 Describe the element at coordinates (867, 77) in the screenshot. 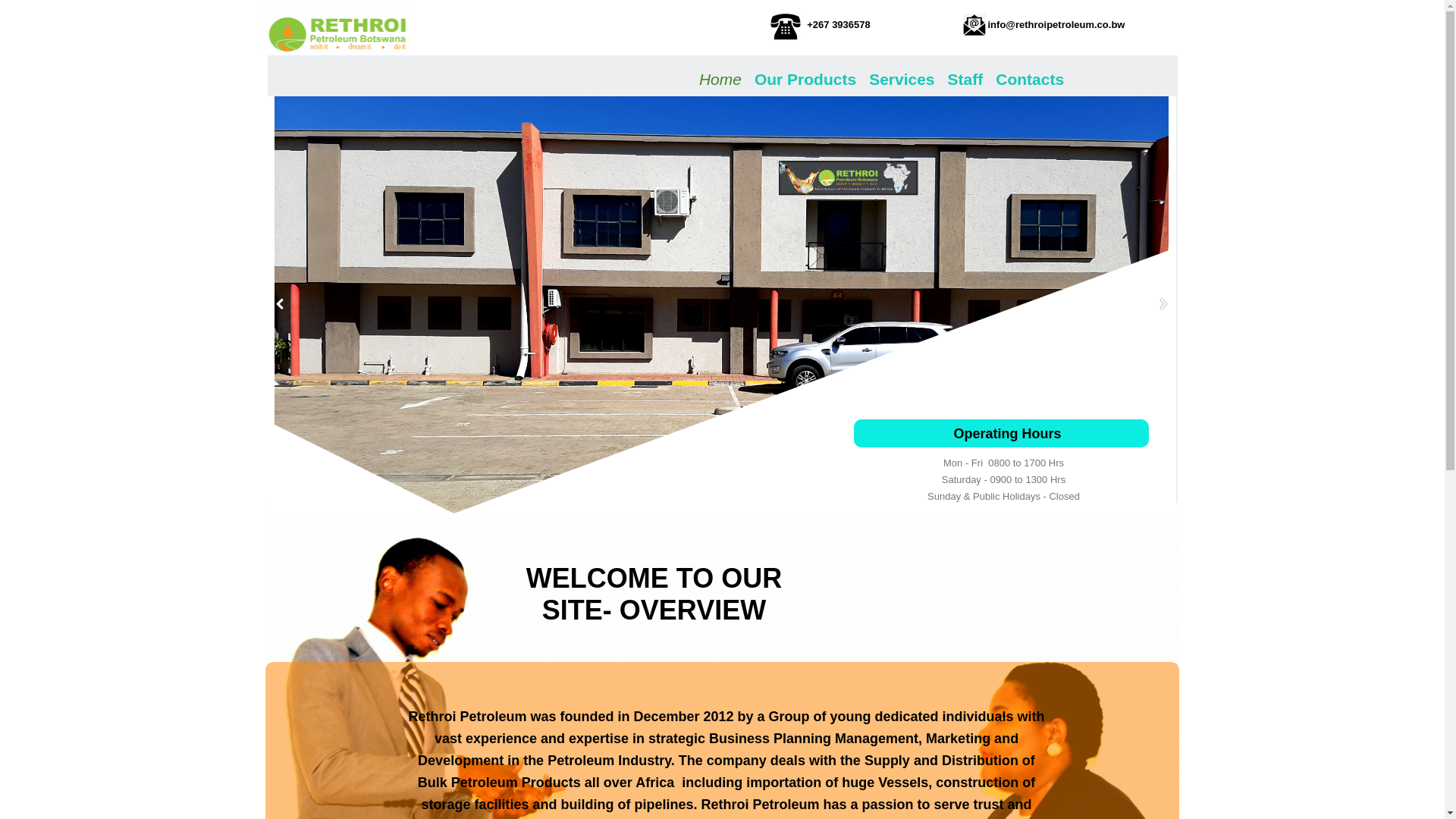

I see `'Services'` at that location.